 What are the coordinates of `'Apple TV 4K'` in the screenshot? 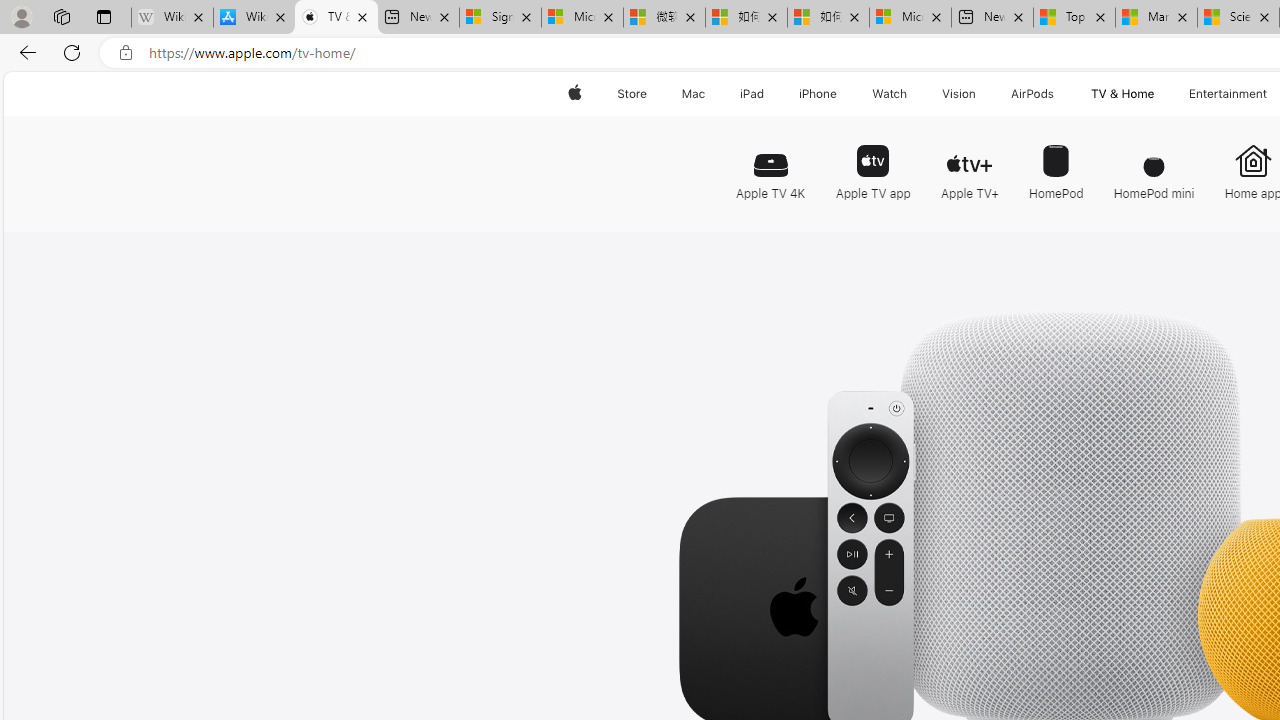 It's located at (769, 163).